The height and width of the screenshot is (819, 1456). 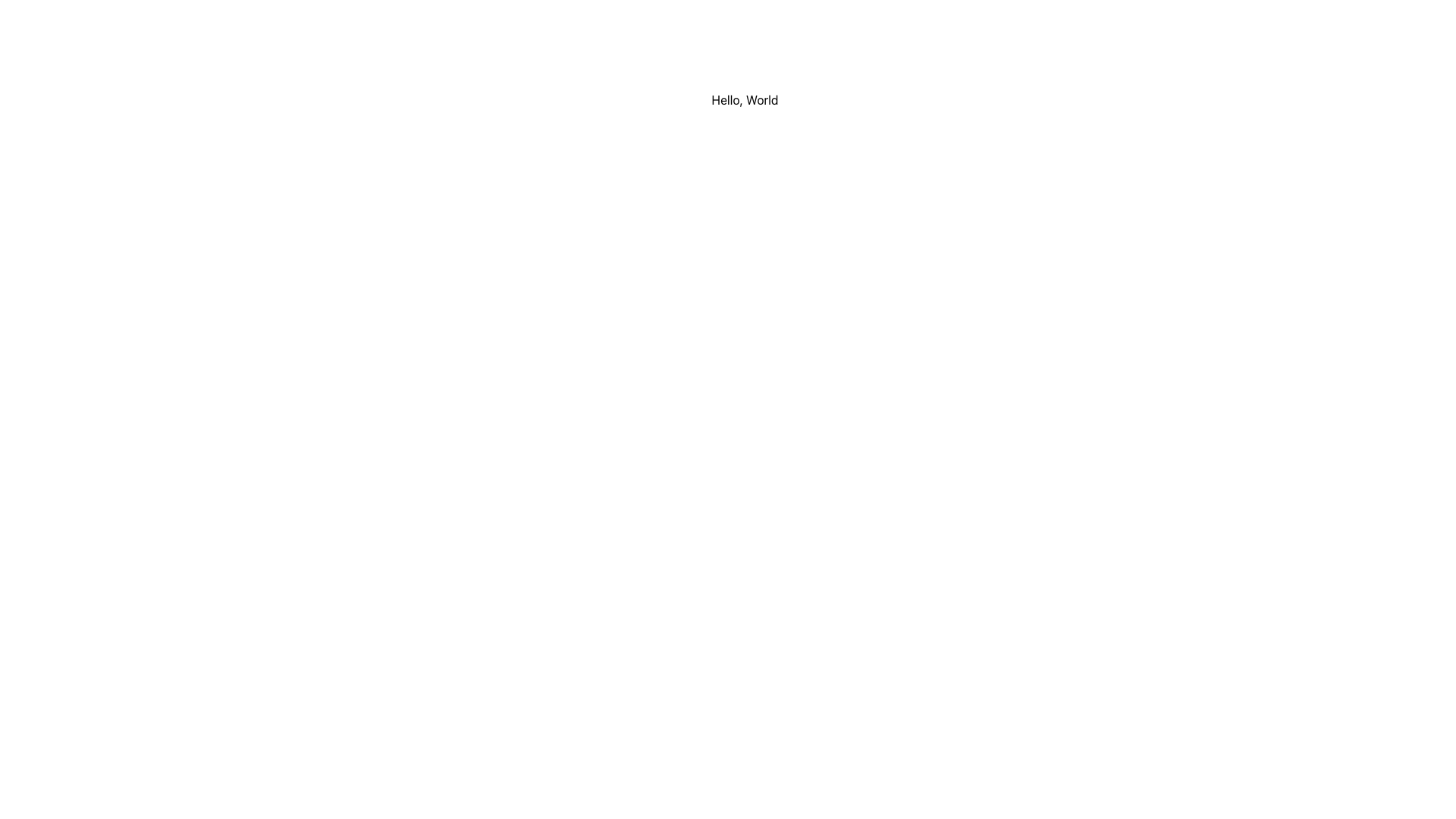 What do you see at coordinates (745, 99) in the screenshot?
I see `text from the Text Label element displaying 'Hello, World', which is centrally positioned within its area` at bounding box center [745, 99].